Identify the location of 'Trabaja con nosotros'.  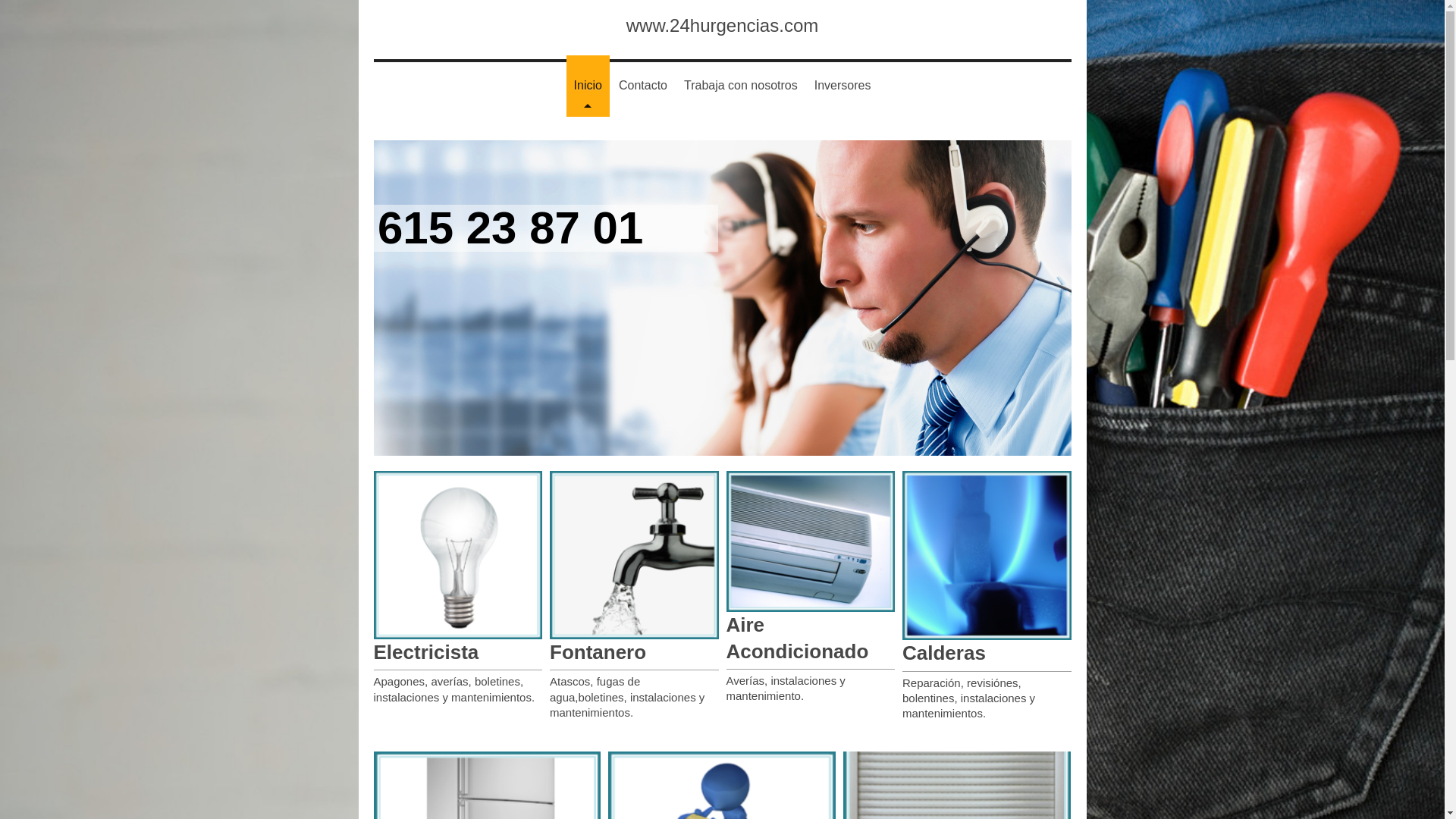
(676, 86).